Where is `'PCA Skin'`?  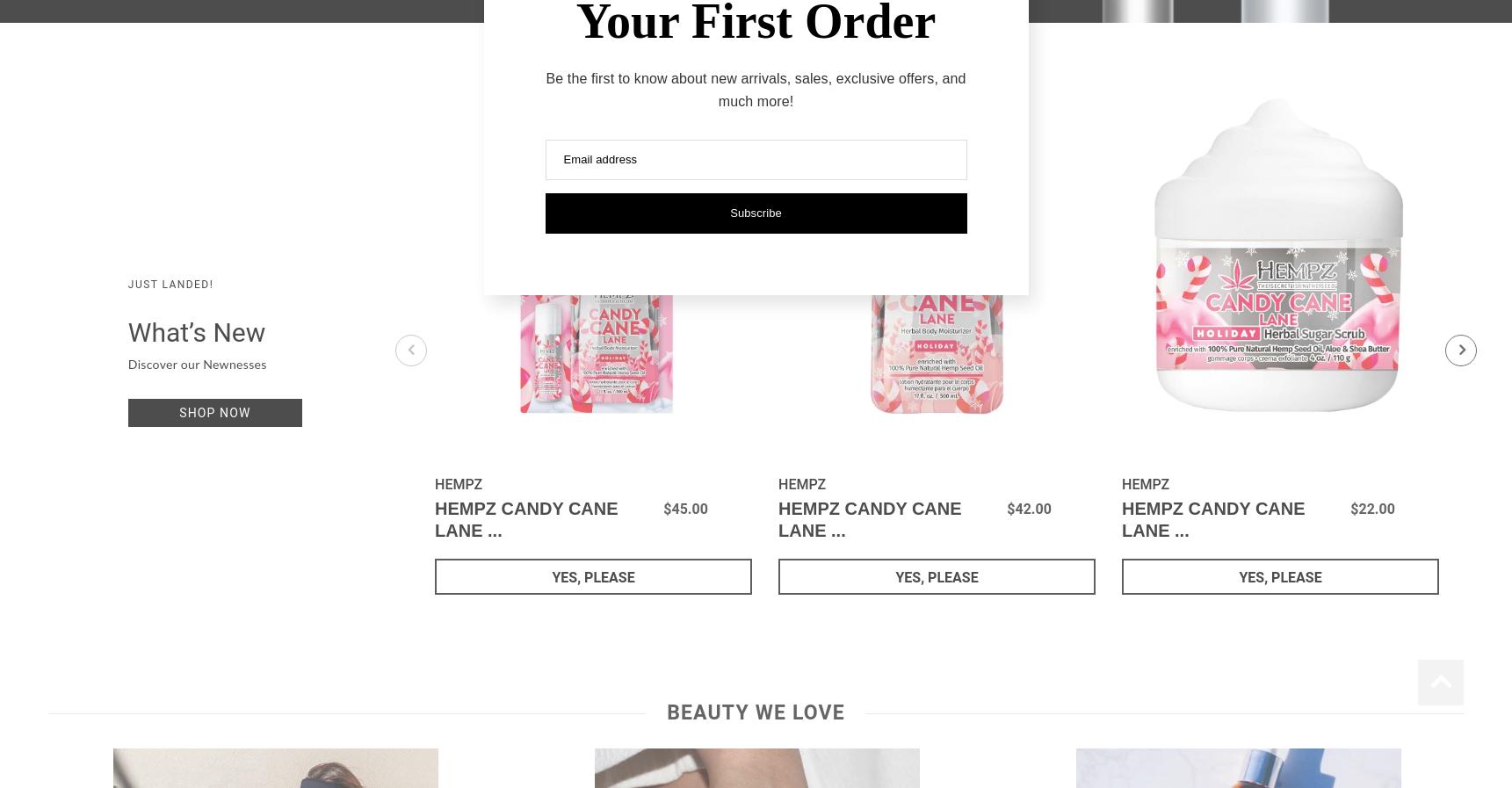
'PCA Skin' is located at coordinates (270, 101).